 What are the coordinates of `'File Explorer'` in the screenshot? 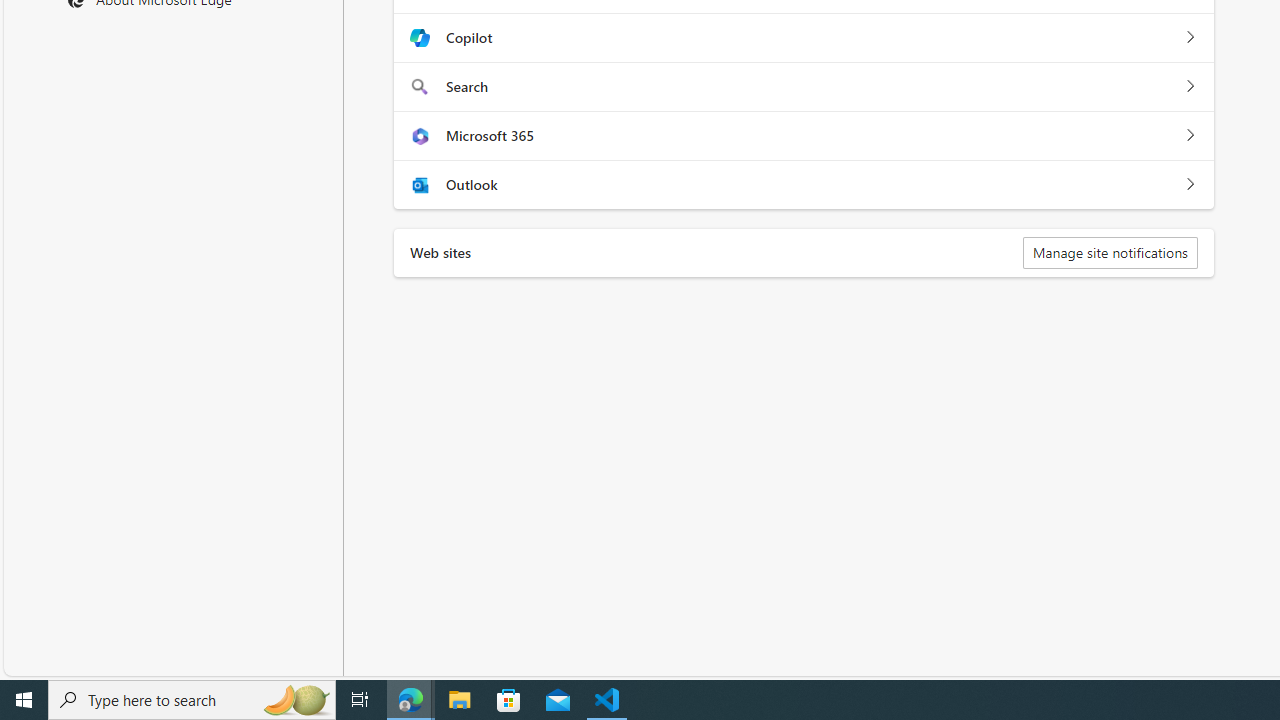 It's located at (459, 698).